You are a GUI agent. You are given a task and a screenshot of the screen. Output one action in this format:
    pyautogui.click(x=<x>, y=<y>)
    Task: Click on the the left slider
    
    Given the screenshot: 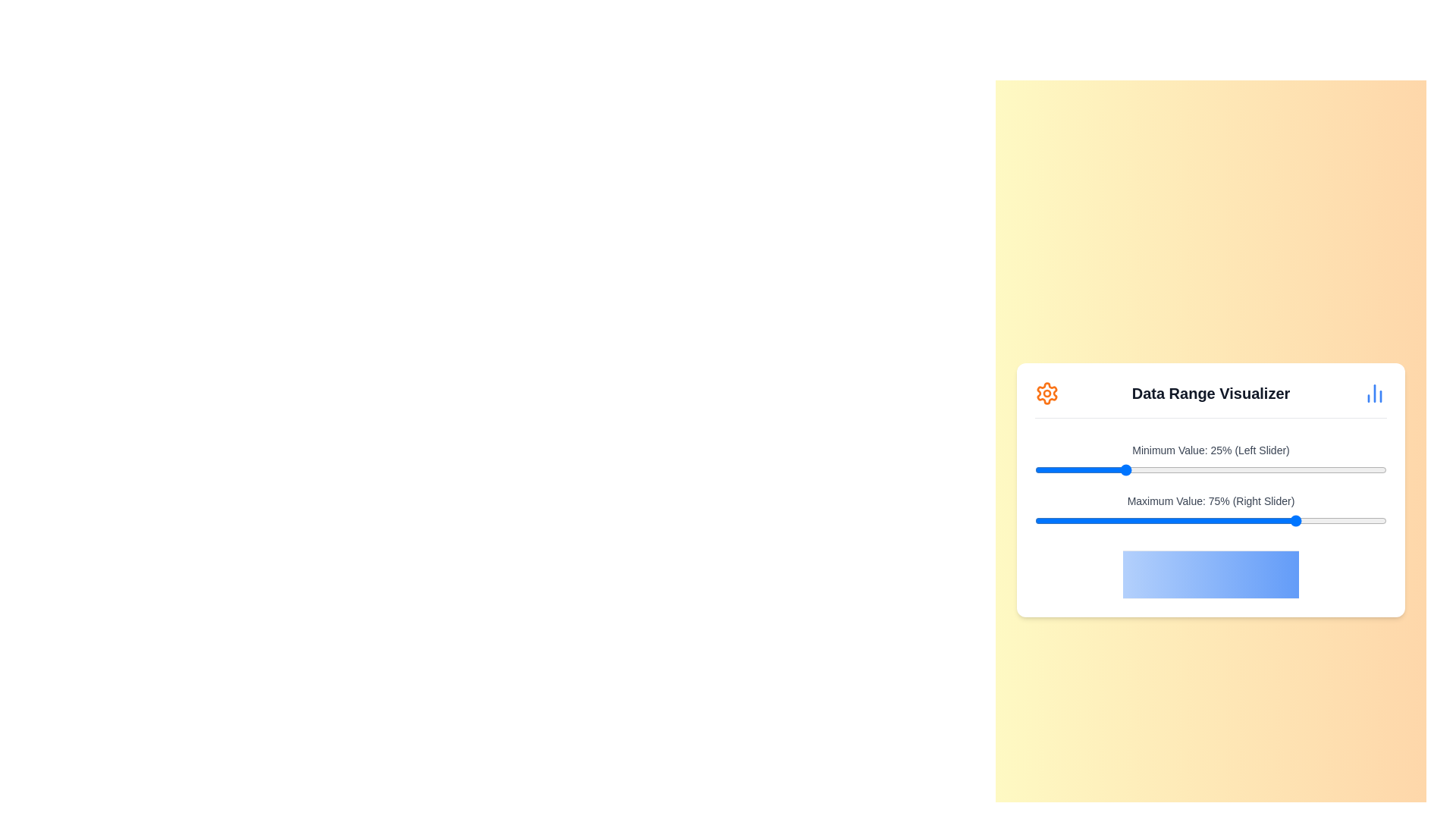 What is the action you would take?
    pyautogui.click(x=1105, y=469)
    